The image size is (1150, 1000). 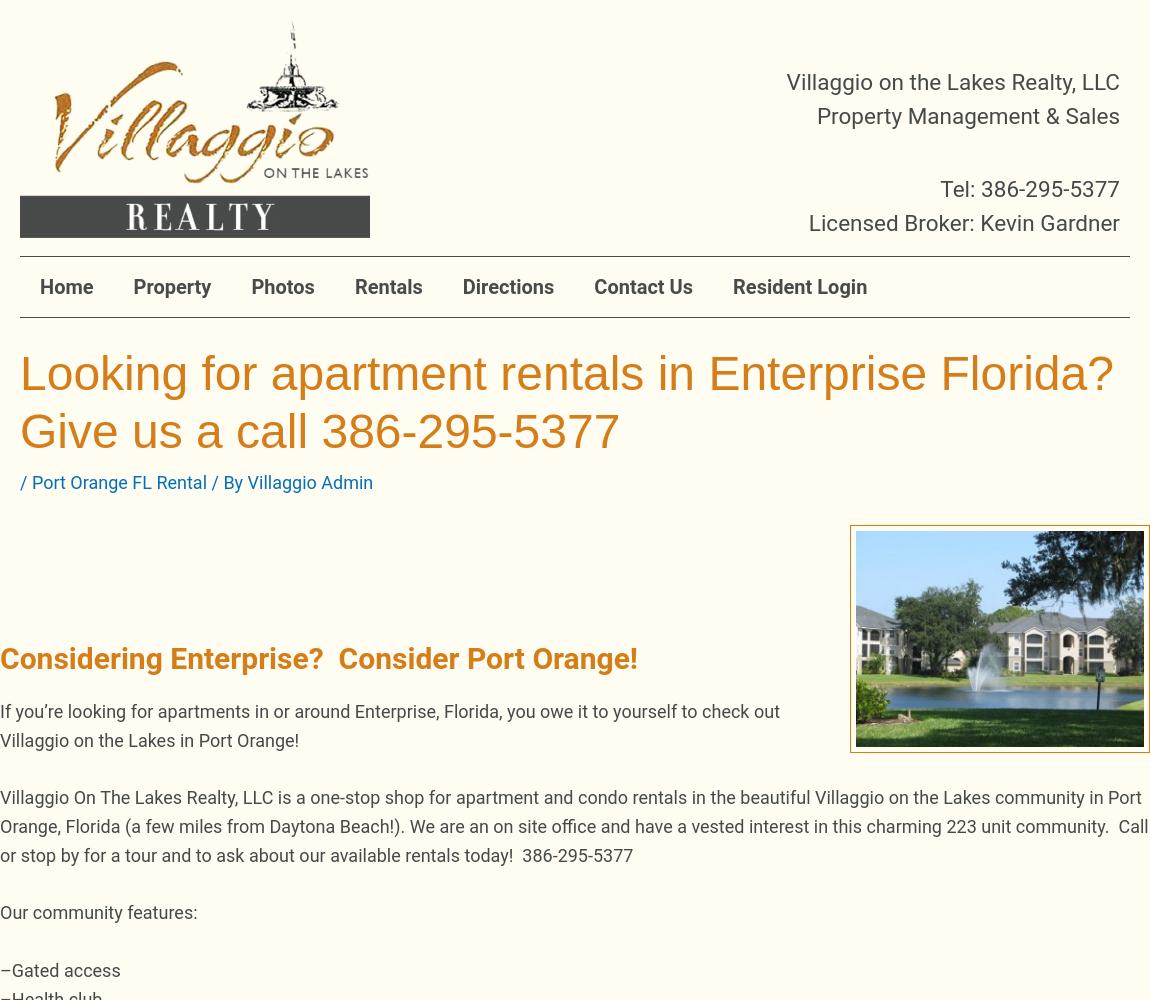 What do you see at coordinates (171, 287) in the screenshot?
I see `'Property'` at bounding box center [171, 287].